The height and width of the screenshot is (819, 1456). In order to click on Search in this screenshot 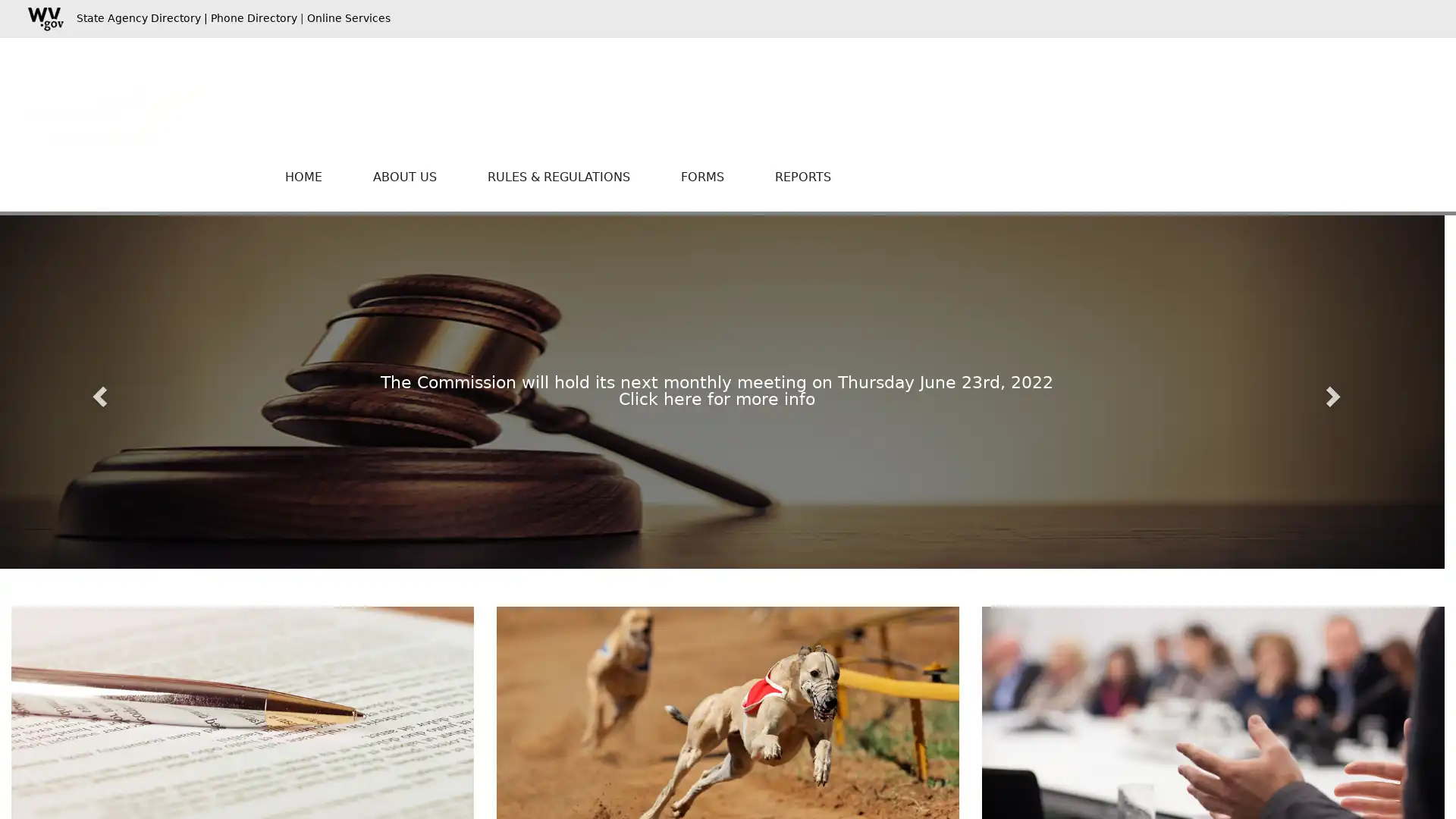, I will do `click(1291, 91)`.